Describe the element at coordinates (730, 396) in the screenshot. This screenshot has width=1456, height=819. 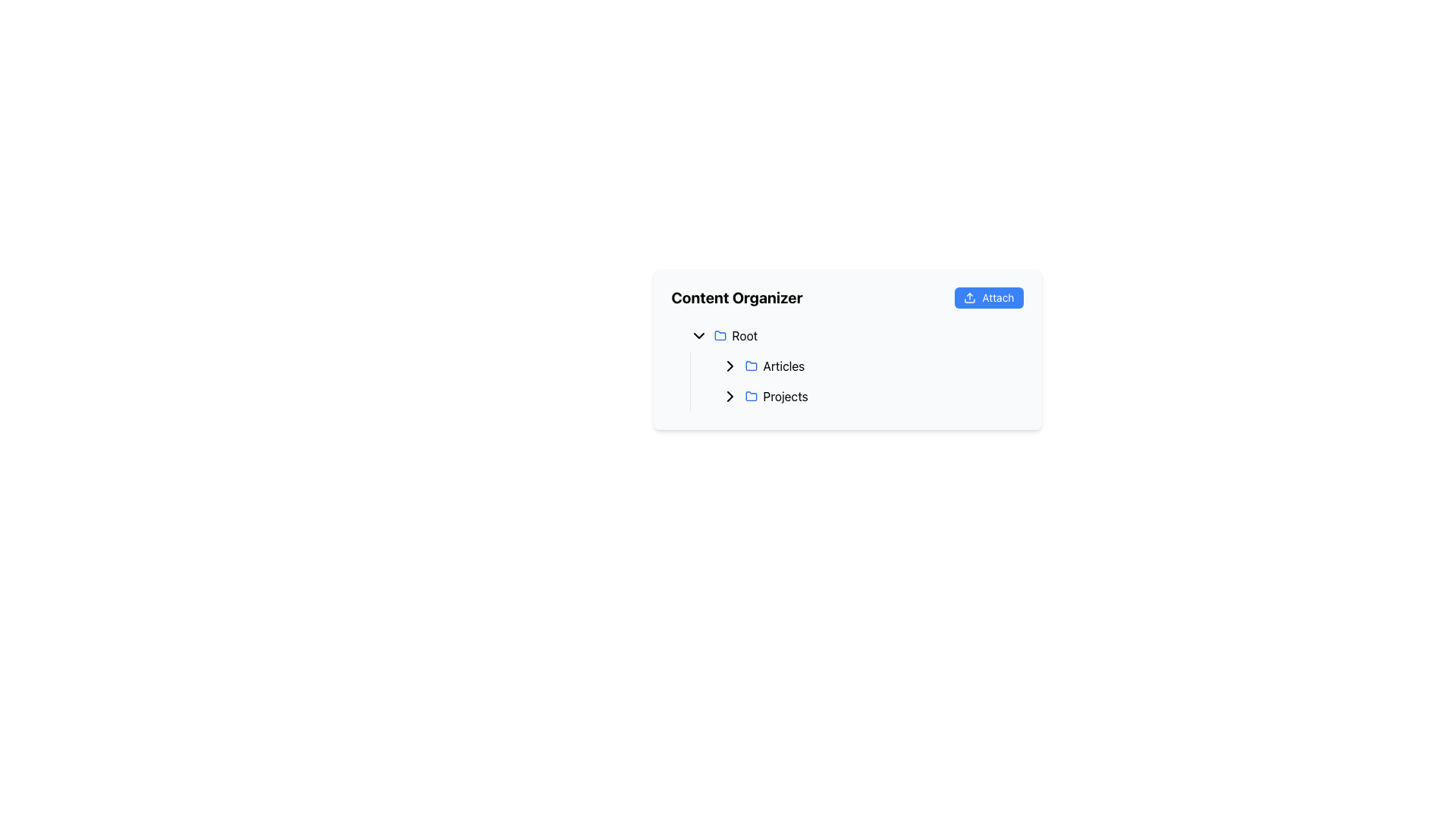
I see `the Chevron Expand/Collapse Icon located to the left of the 'Projects' label` at that location.